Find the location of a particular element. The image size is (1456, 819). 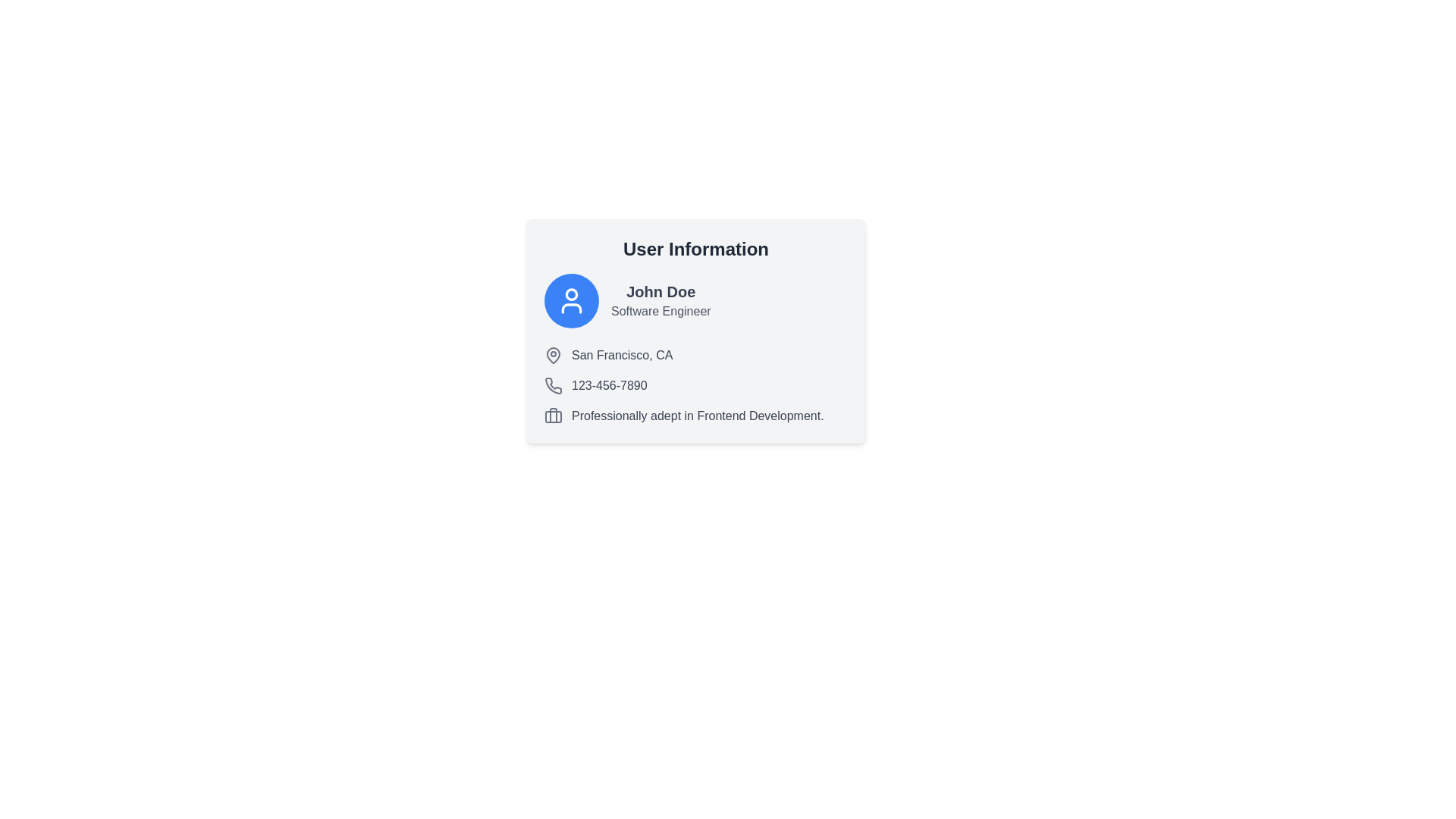

the location marker icon representing 'San Francisco, CA', which is positioned to the left of the text and above the phone number information is located at coordinates (552, 356).